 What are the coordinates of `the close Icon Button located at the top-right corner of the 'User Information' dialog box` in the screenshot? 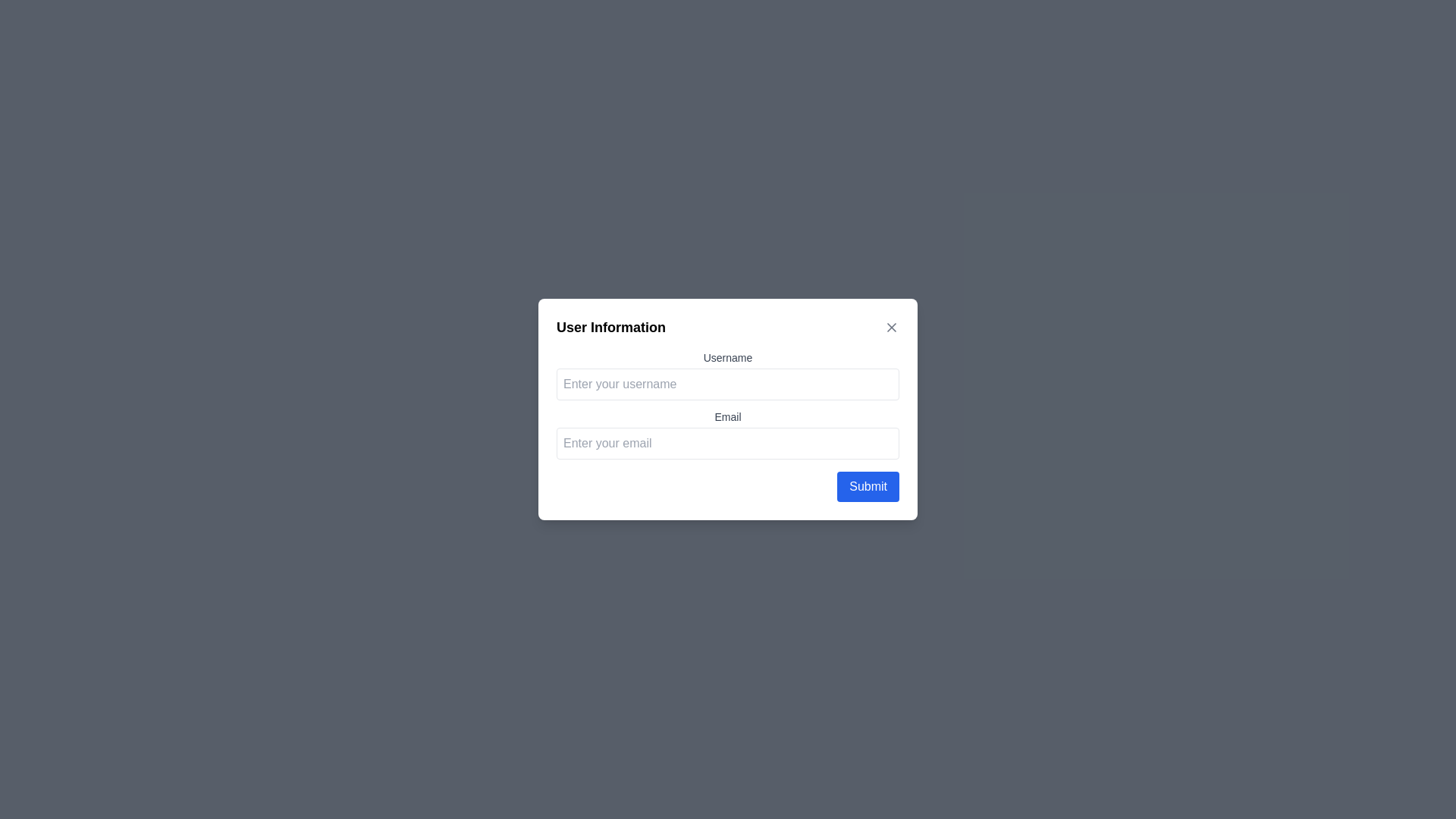 It's located at (892, 327).